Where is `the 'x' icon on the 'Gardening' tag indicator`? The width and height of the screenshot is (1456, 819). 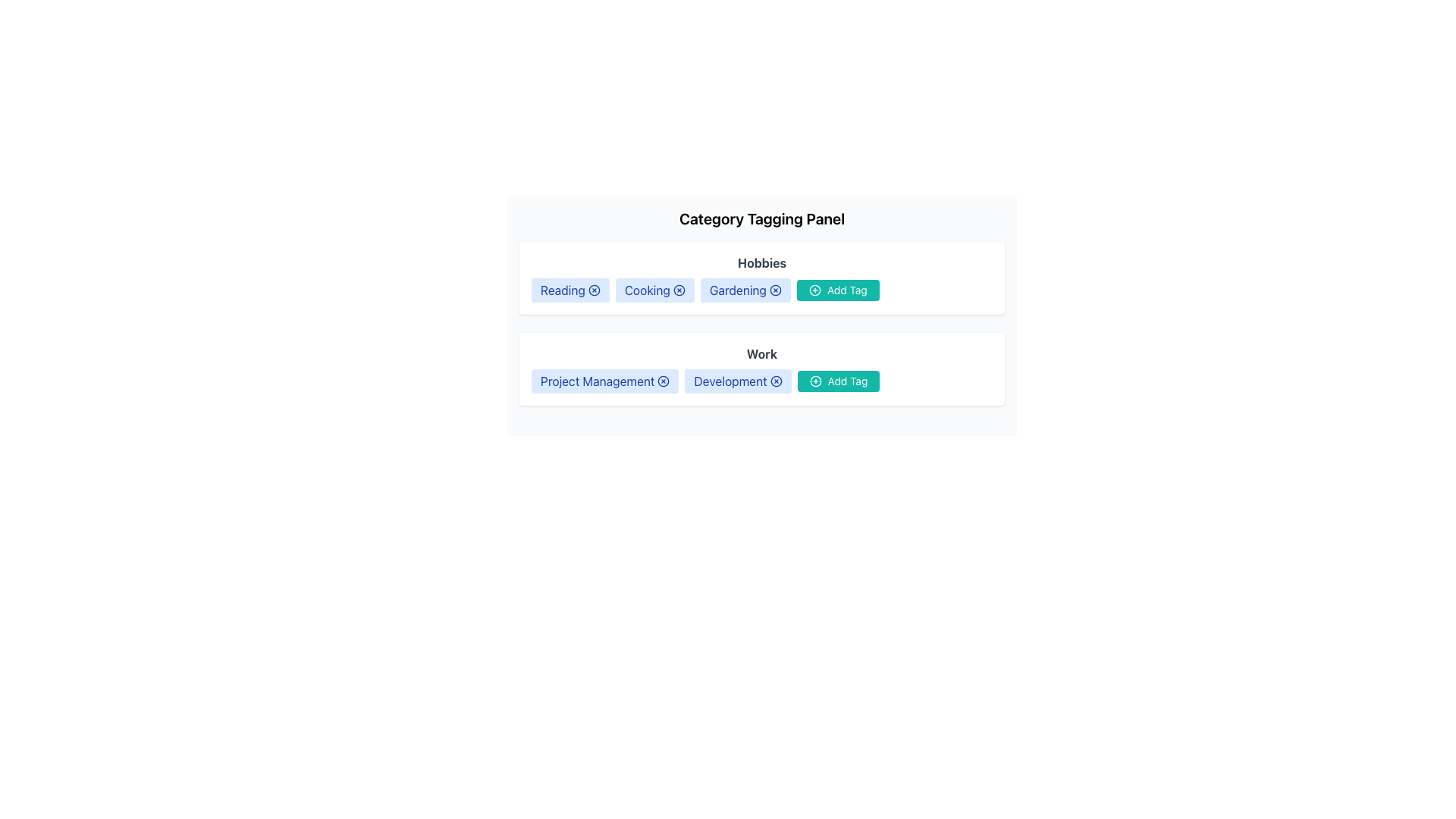
the 'x' icon on the 'Gardening' tag indicator is located at coordinates (745, 290).